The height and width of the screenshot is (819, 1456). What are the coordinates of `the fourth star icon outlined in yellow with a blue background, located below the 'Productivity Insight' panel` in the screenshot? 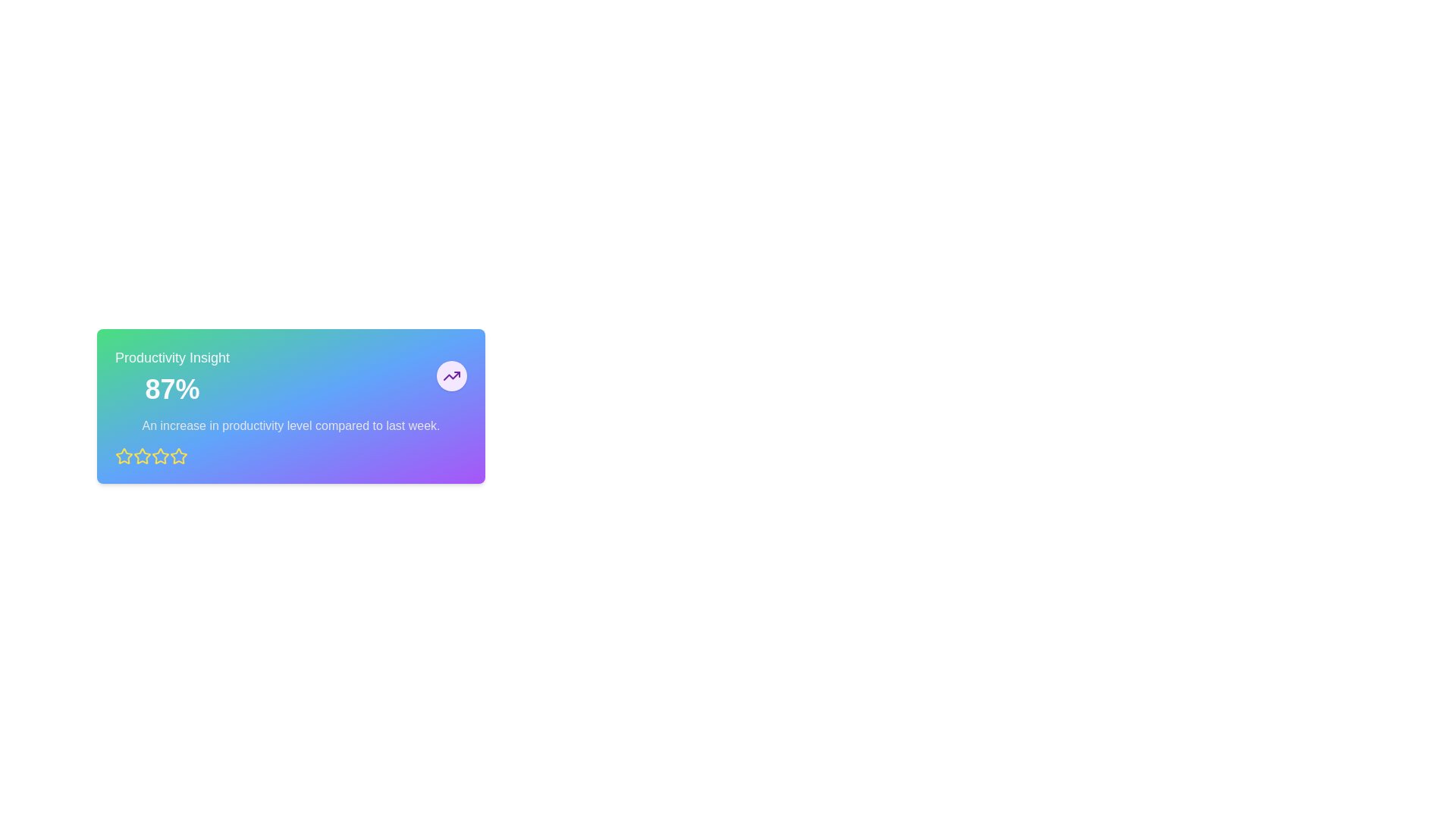 It's located at (160, 455).